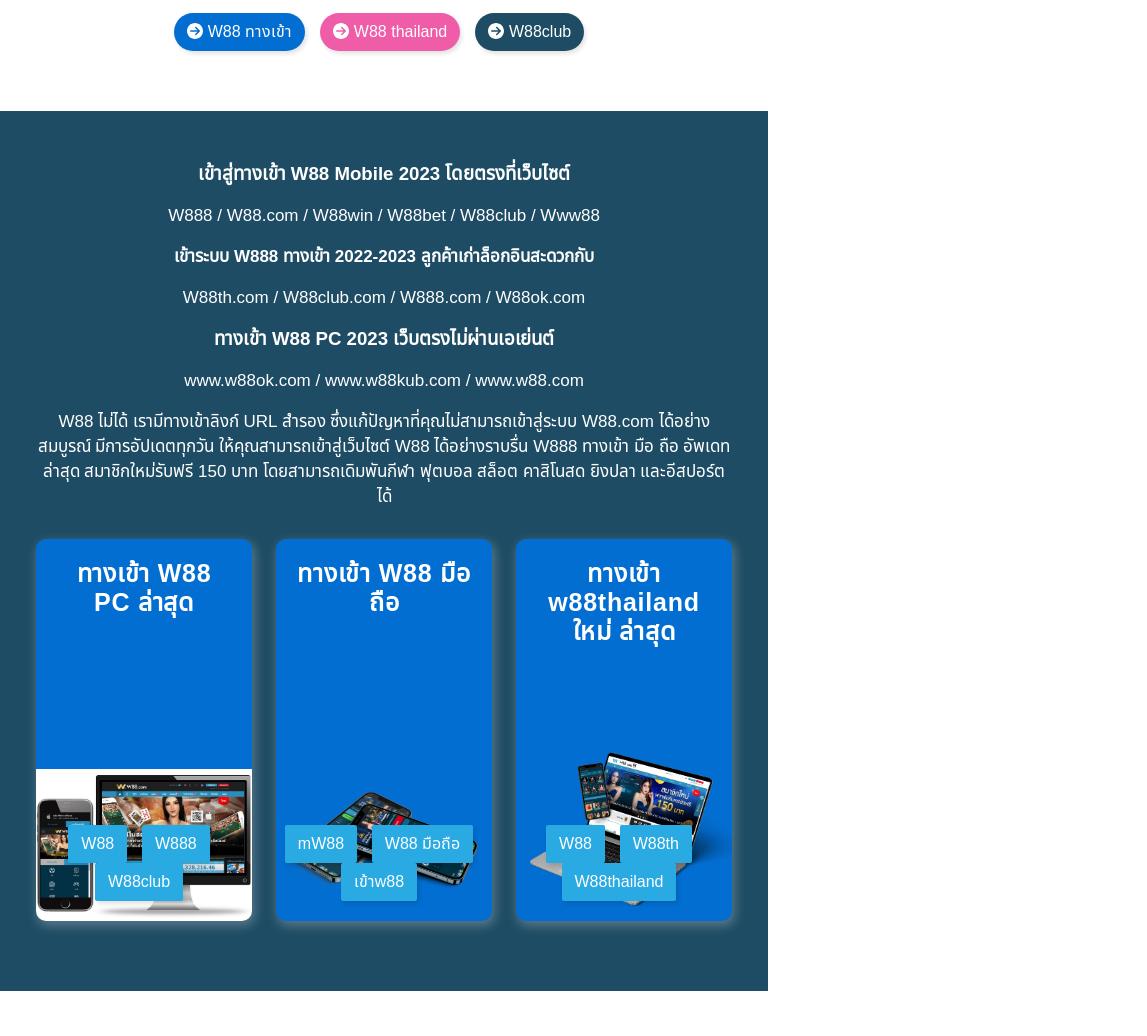 The height and width of the screenshot is (1036, 1147). I want to click on 'บริการสนับสนุนลูกค้าของ W88 ได้รับการชื่นชมจากผู้เล่นเสมอ เนื่องจากปัญหาทั้งหมดที่ผู้เล่นพบระหว่างการเล่นเกม การลงทะเบียนบัญชีหรือการถอนเงิน … ได้รับการสนับสนุนอย่างรวดเร็วและทุ่มเทโดยเจ้าหน้าที่ของ W88', so click(36, 266).